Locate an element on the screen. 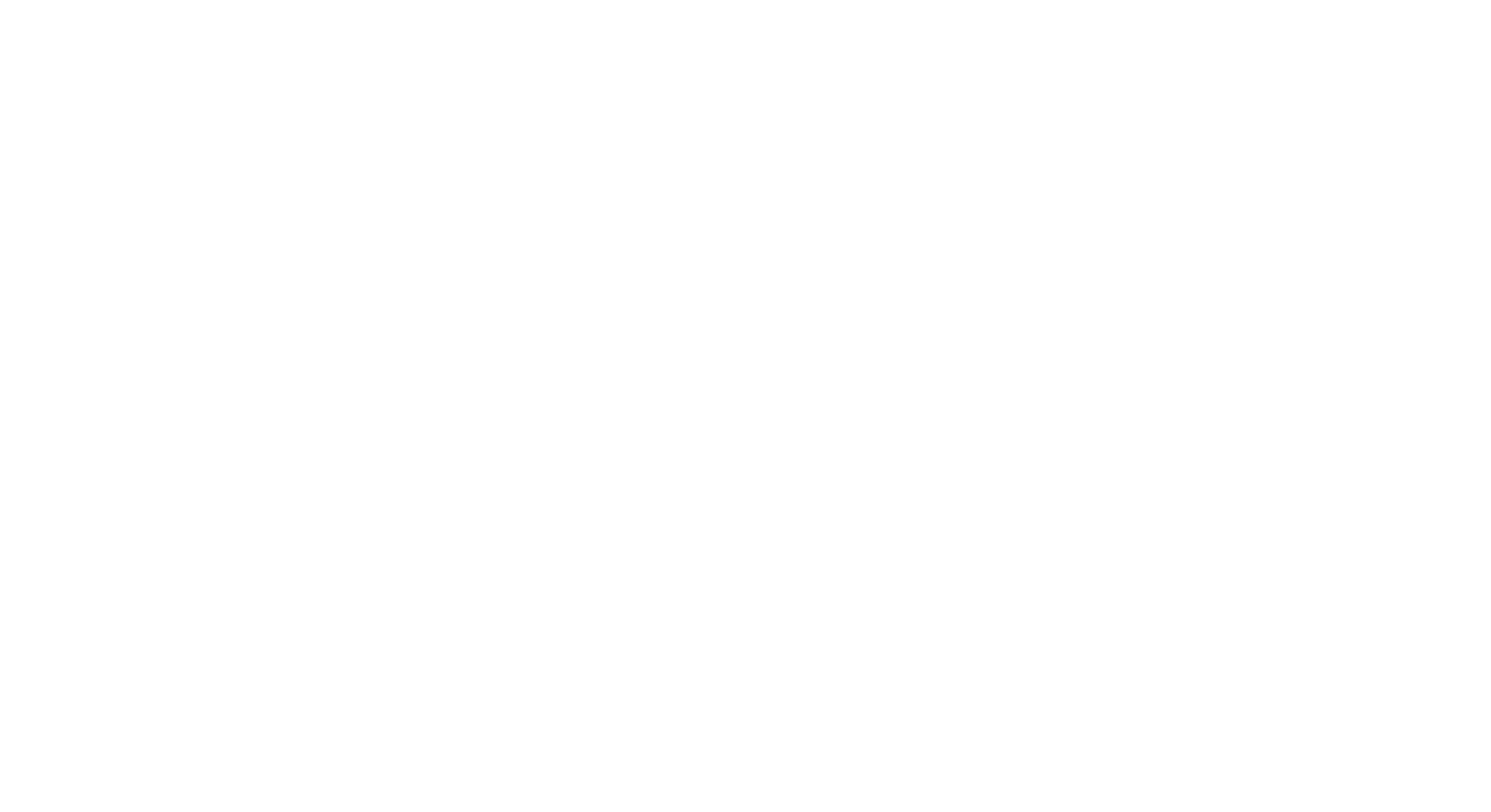 The image size is (1491, 812). '–          Eating in a rush' is located at coordinates (355, 297).